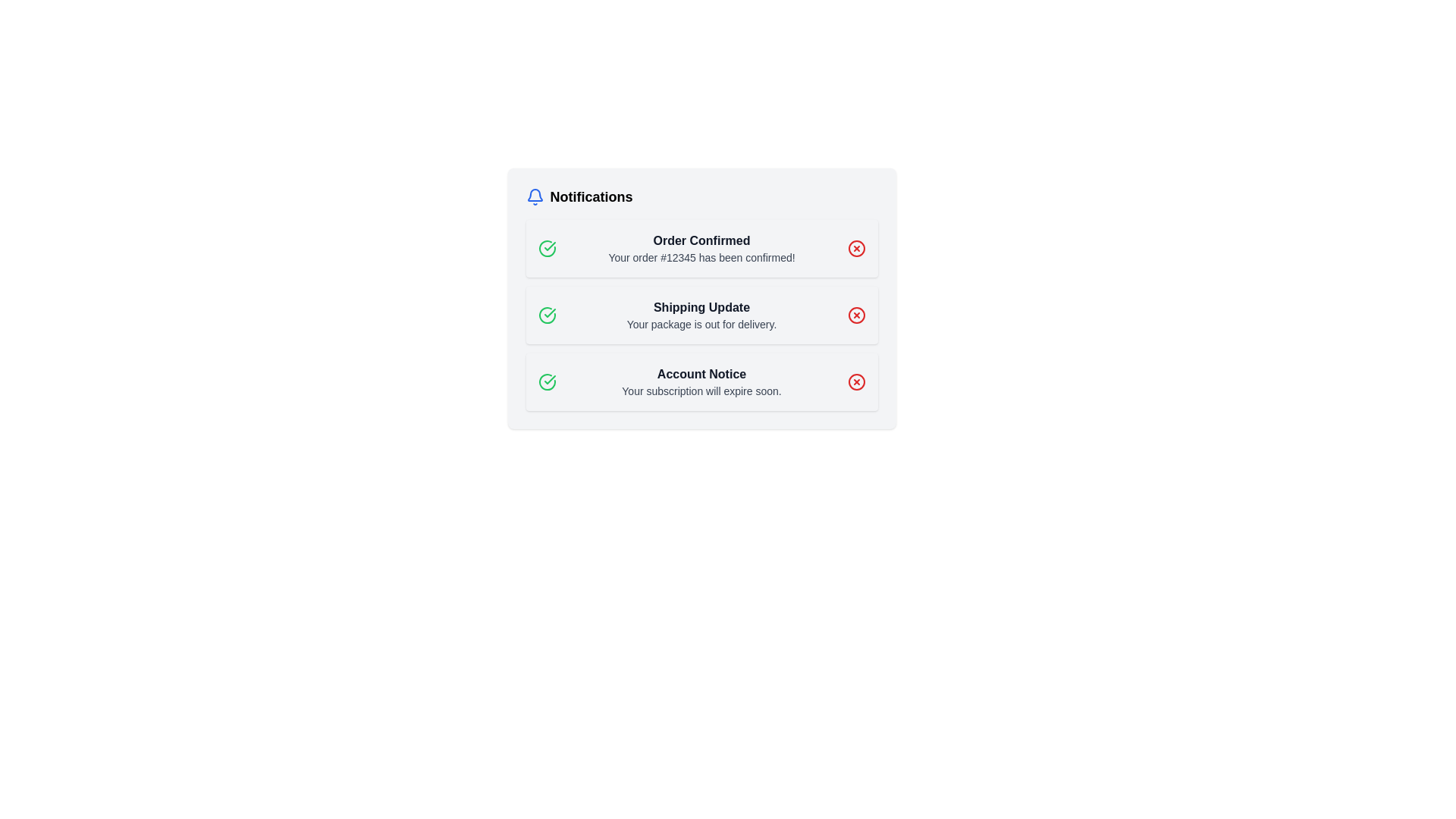 The image size is (1456, 819). Describe the element at coordinates (856, 315) in the screenshot. I see `the dismissal button for the 'Shipping Update' notification` at that location.